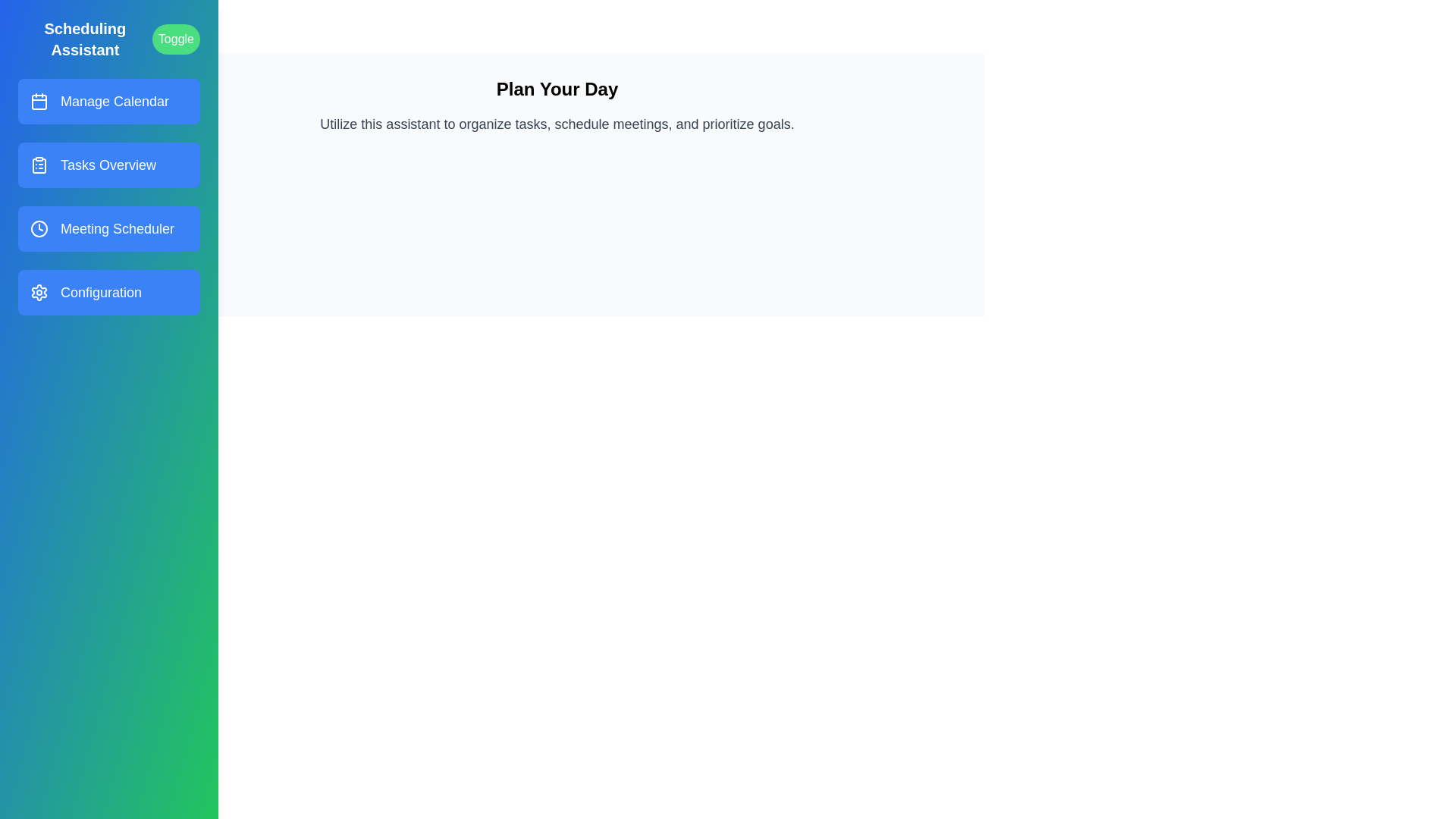  What do you see at coordinates (175, 38) in the screenshot?
I see `the 'Toggle' button to toggle the drawer state` at bounding box center [175, 38].